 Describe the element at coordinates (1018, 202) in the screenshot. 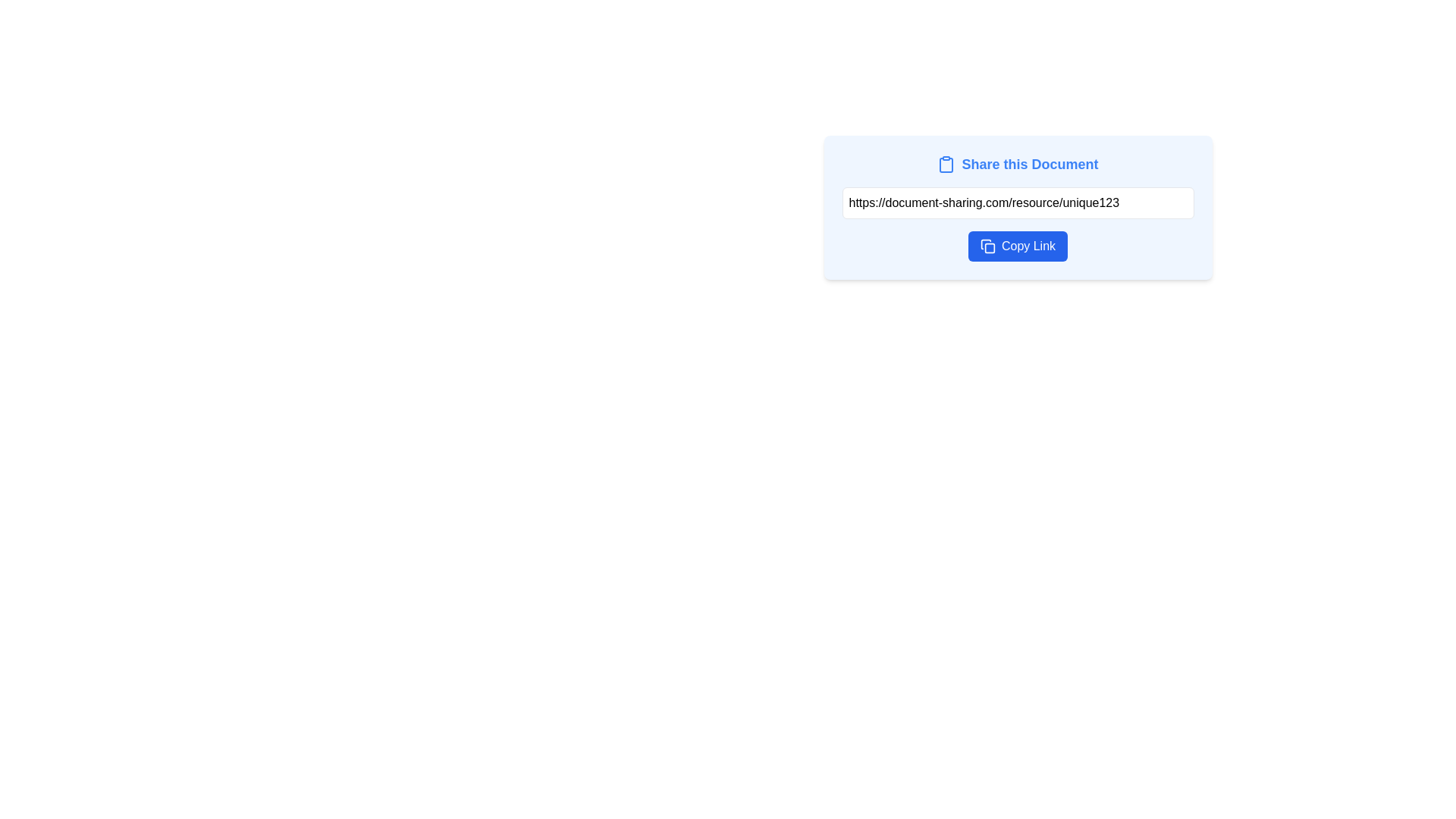

I see `the text input field containing the pre-filled URL 'https://document-sharing.com/resource/unique123' for context menu options` at that location.